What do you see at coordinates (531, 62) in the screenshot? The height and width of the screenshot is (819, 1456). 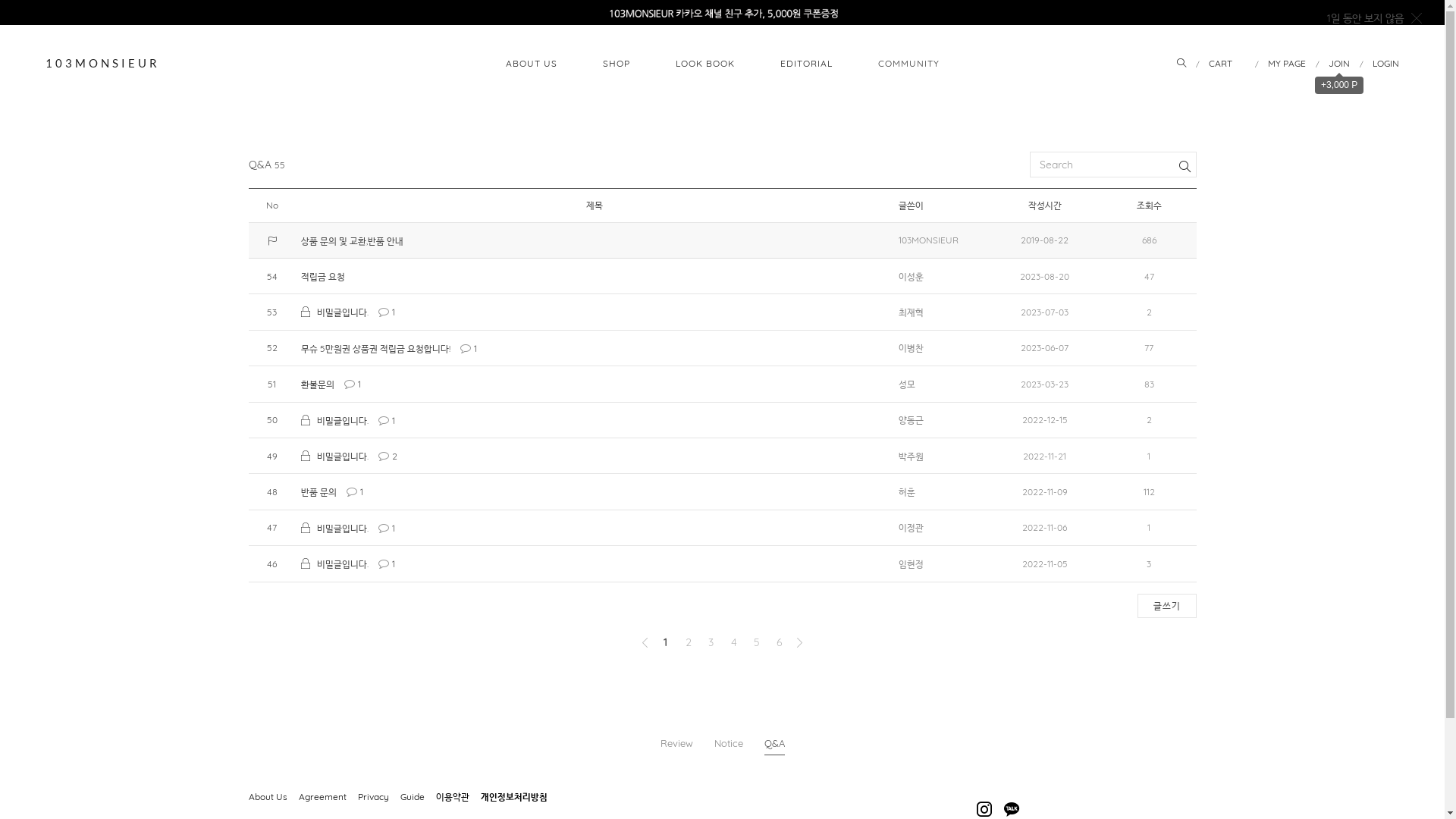 I see `'ABOUT US'` at bounding box center [531, 62].